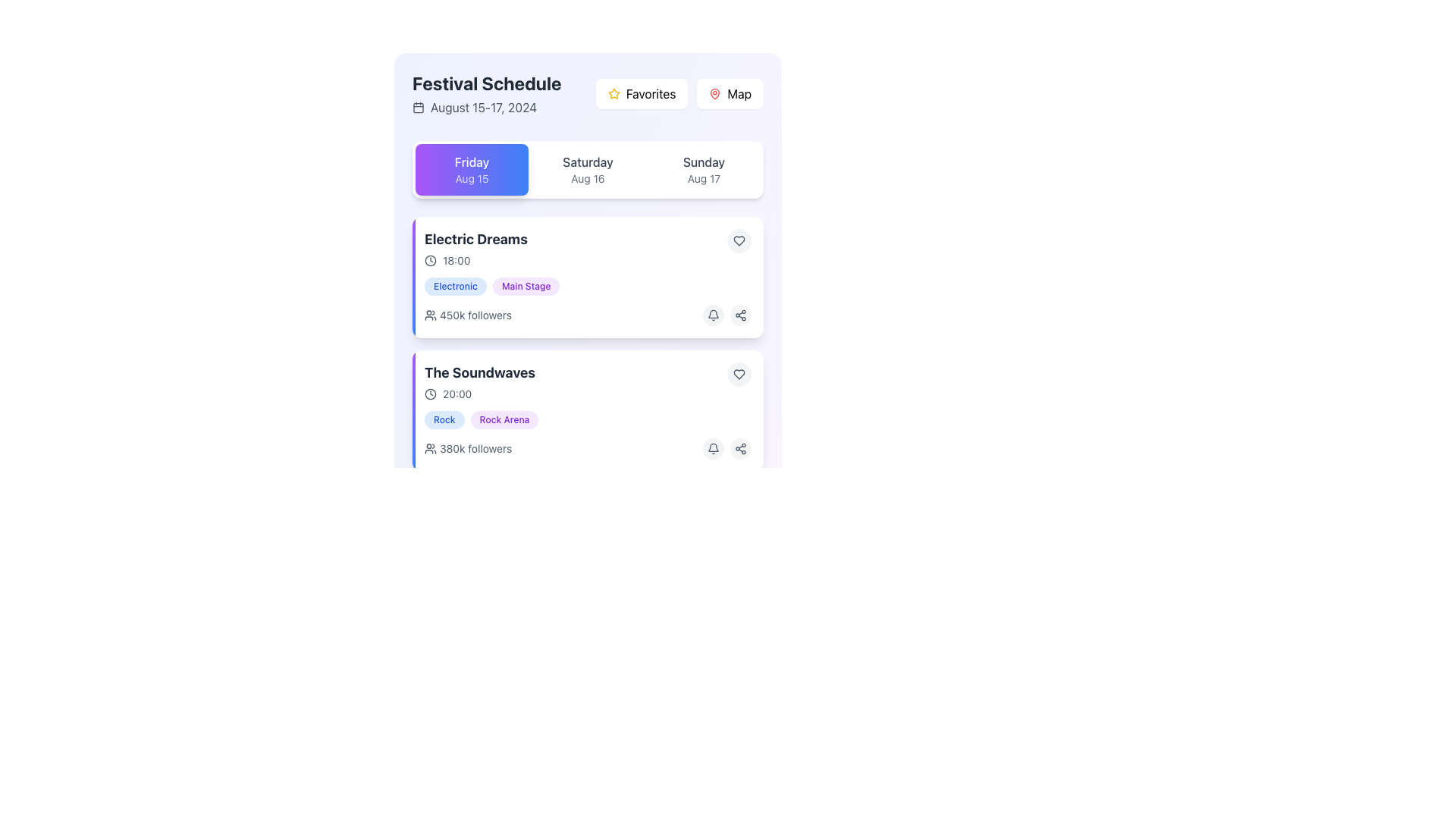  I want to click on the 'Favorites' button, which has a white background, rounded corners, a yellow star icon on the left, and the text 'Favorites' in black, to observe the visual feedback of shadow change, so click(642, 93).